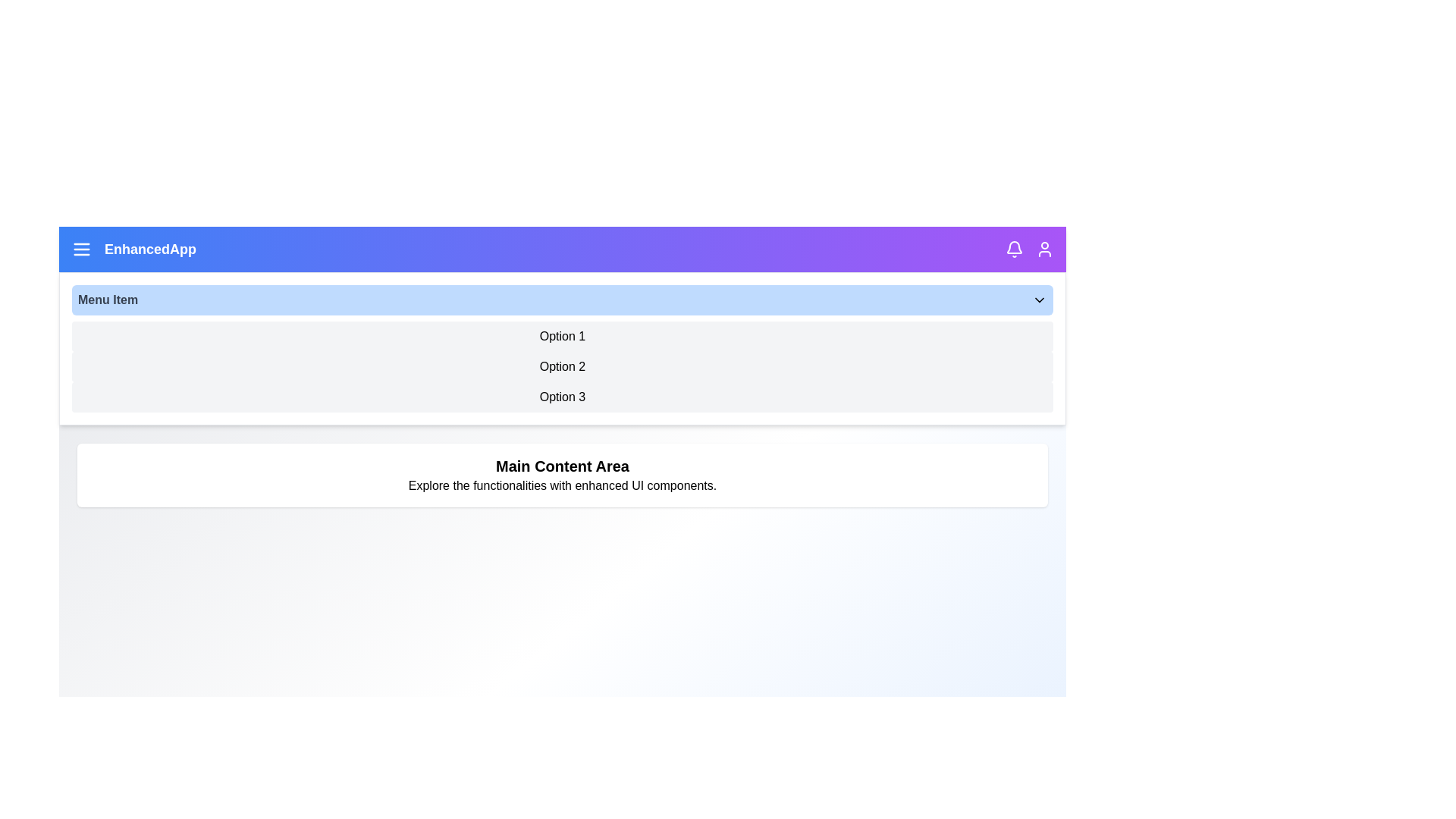  Describe the element at coordinates (81, 248) in the screenshot. I see `the menu icon in the top-left corner of the app bar` at that location.